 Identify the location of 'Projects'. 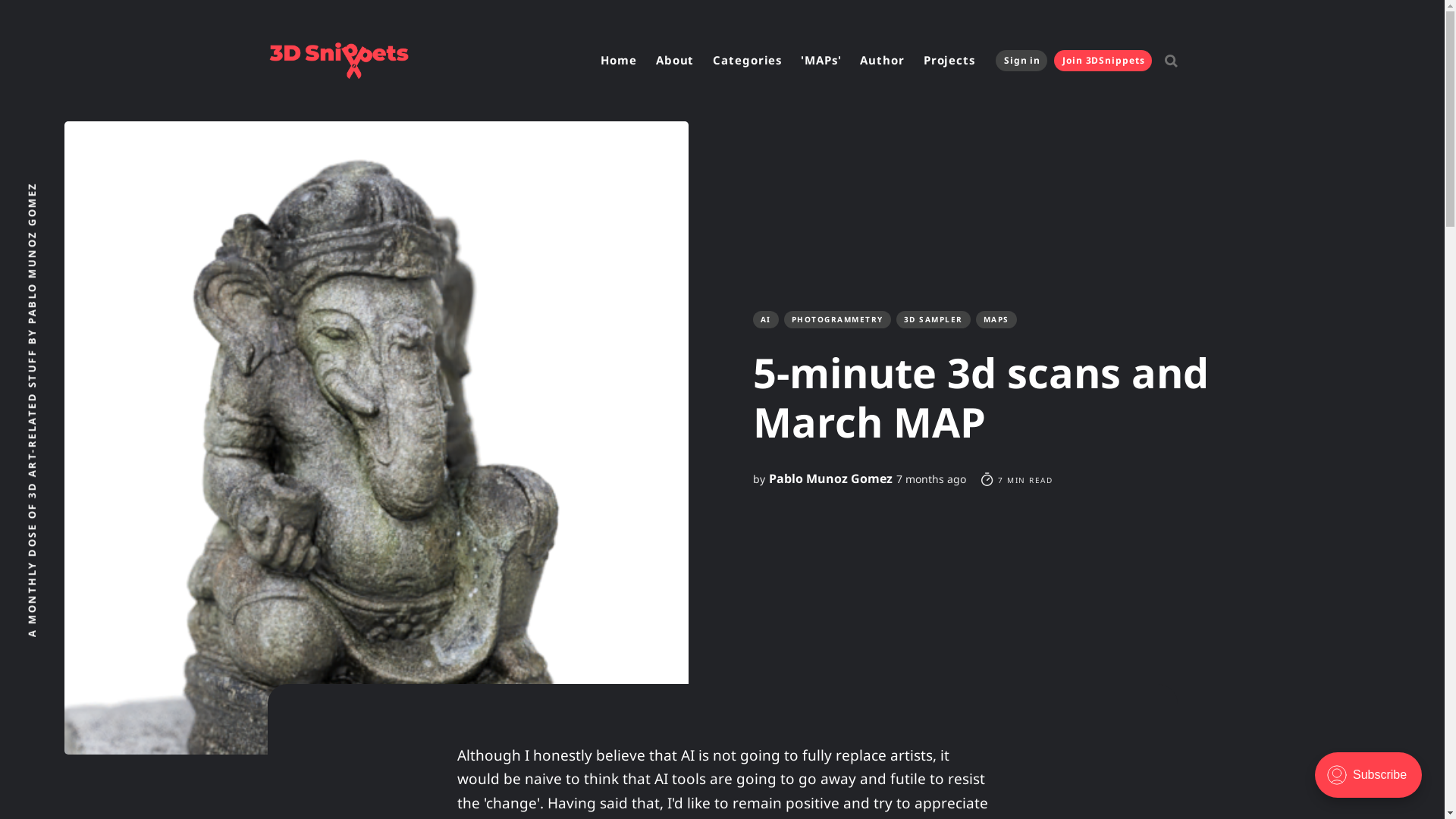
(915, 60).